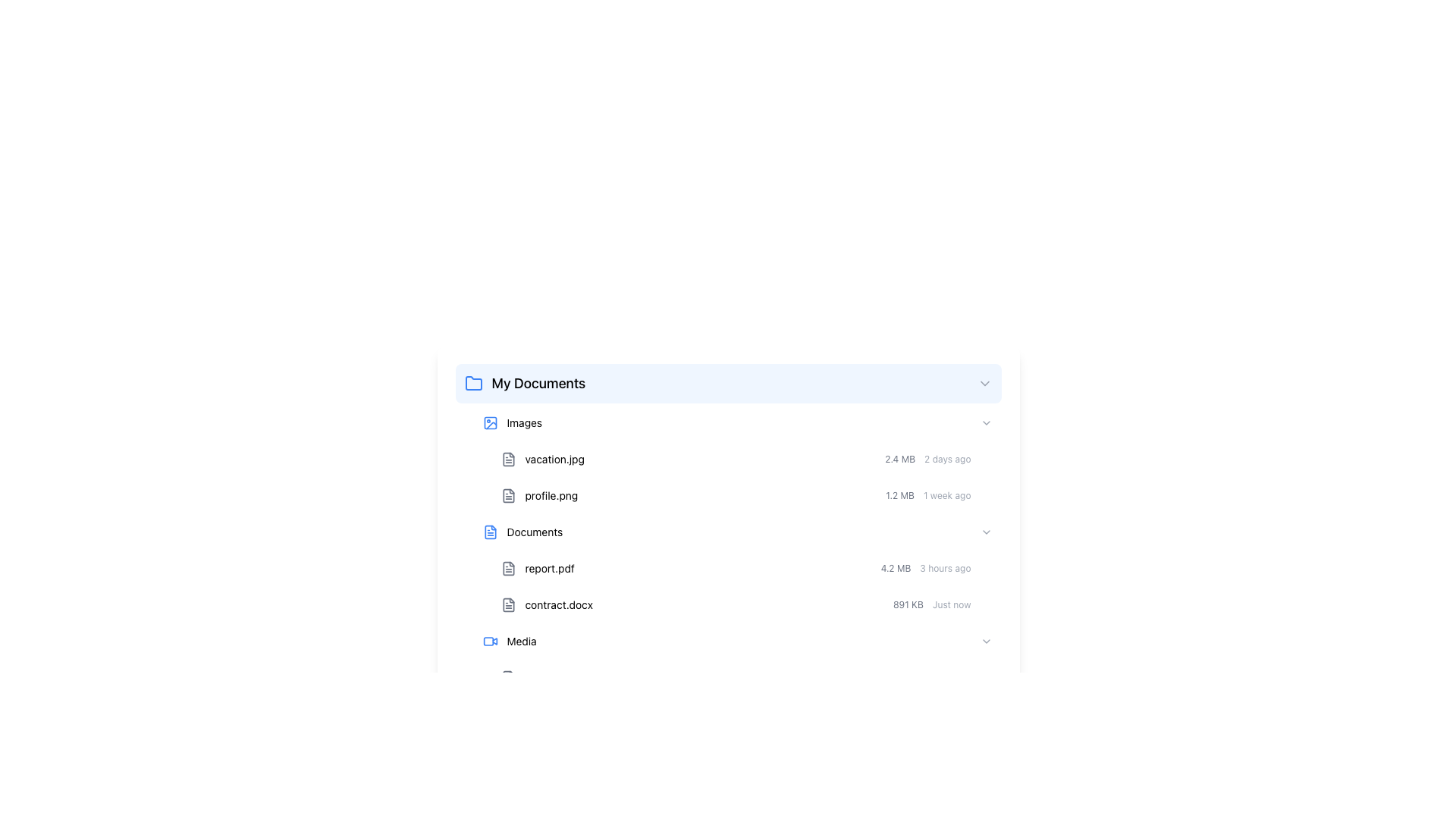  What do you see at coordinates (522, 532) in the screenshot?
I see `the 'Documents' list item, which displays a blue-colored file icon alongside the text 'Documents'` at bounding box center [522, 532].